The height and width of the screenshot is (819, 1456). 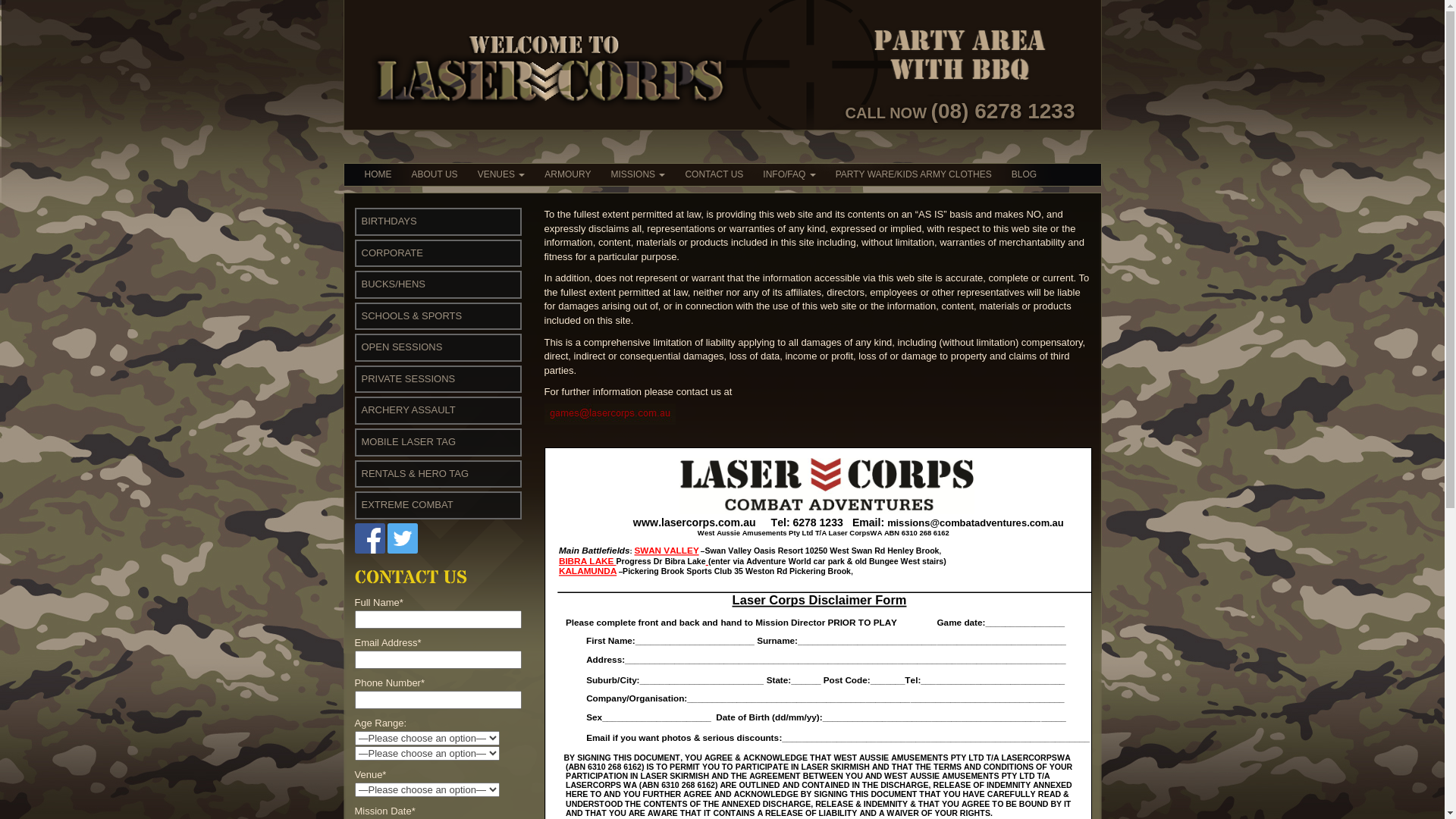 I want to click on 'CONTACT US', so click(x=713, y=174).